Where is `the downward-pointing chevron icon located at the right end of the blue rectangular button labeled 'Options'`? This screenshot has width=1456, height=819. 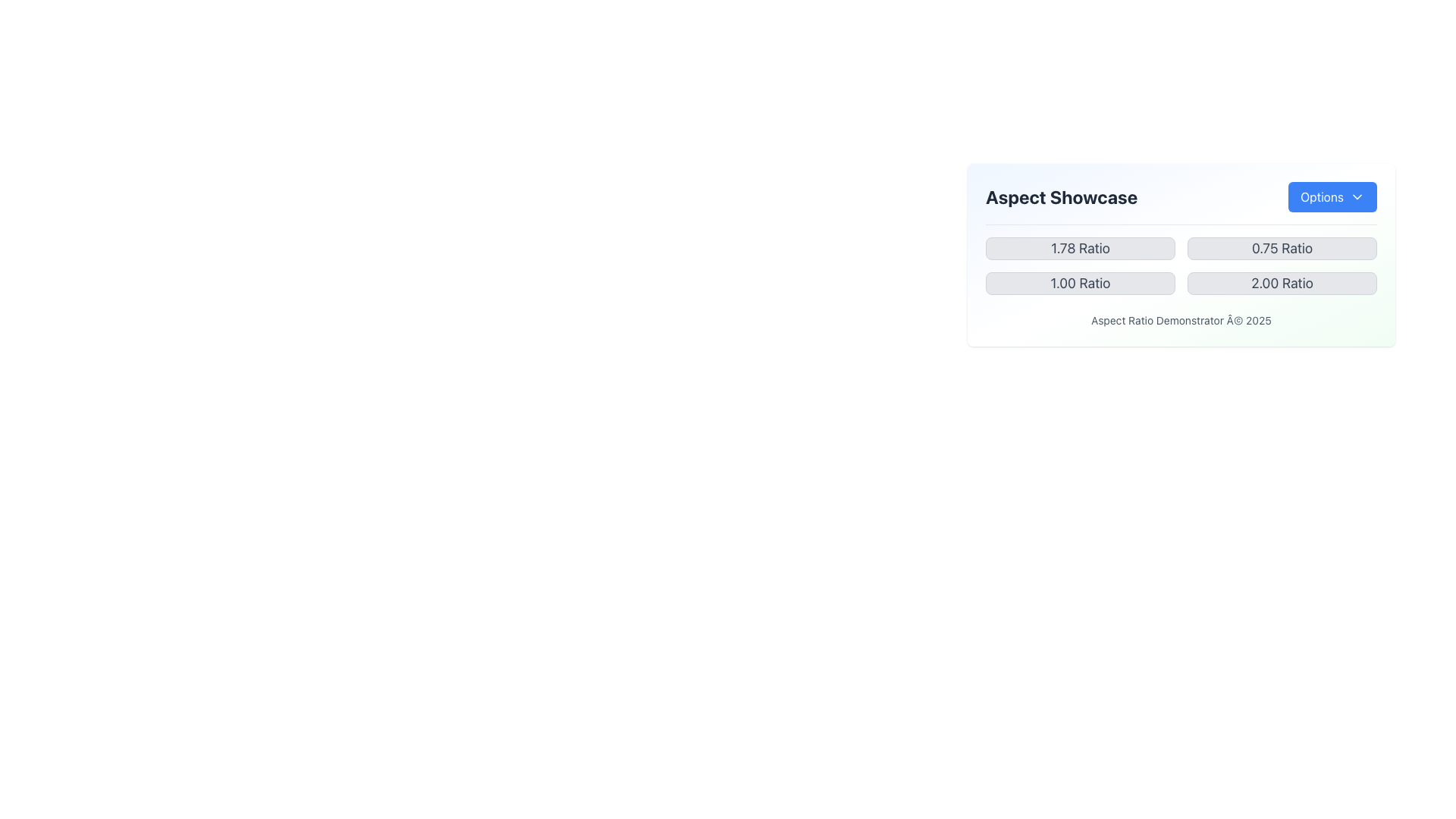 the downward-pointing chevron icon located at the right end of the blue rectangular button labeled 'Options' is located at coordinates (1357, 196).